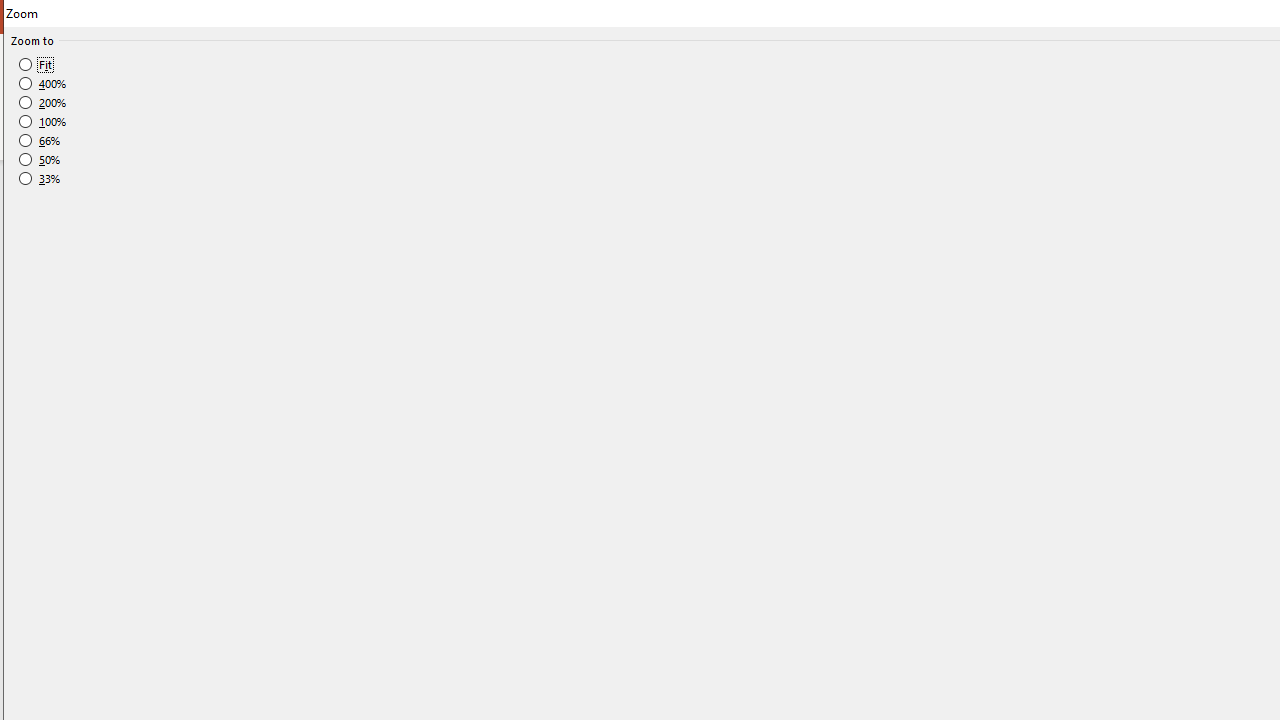 Image resolution: width=1280 pixels, height=720 pixels. I want to click on 'Fit', so click(36, 63).